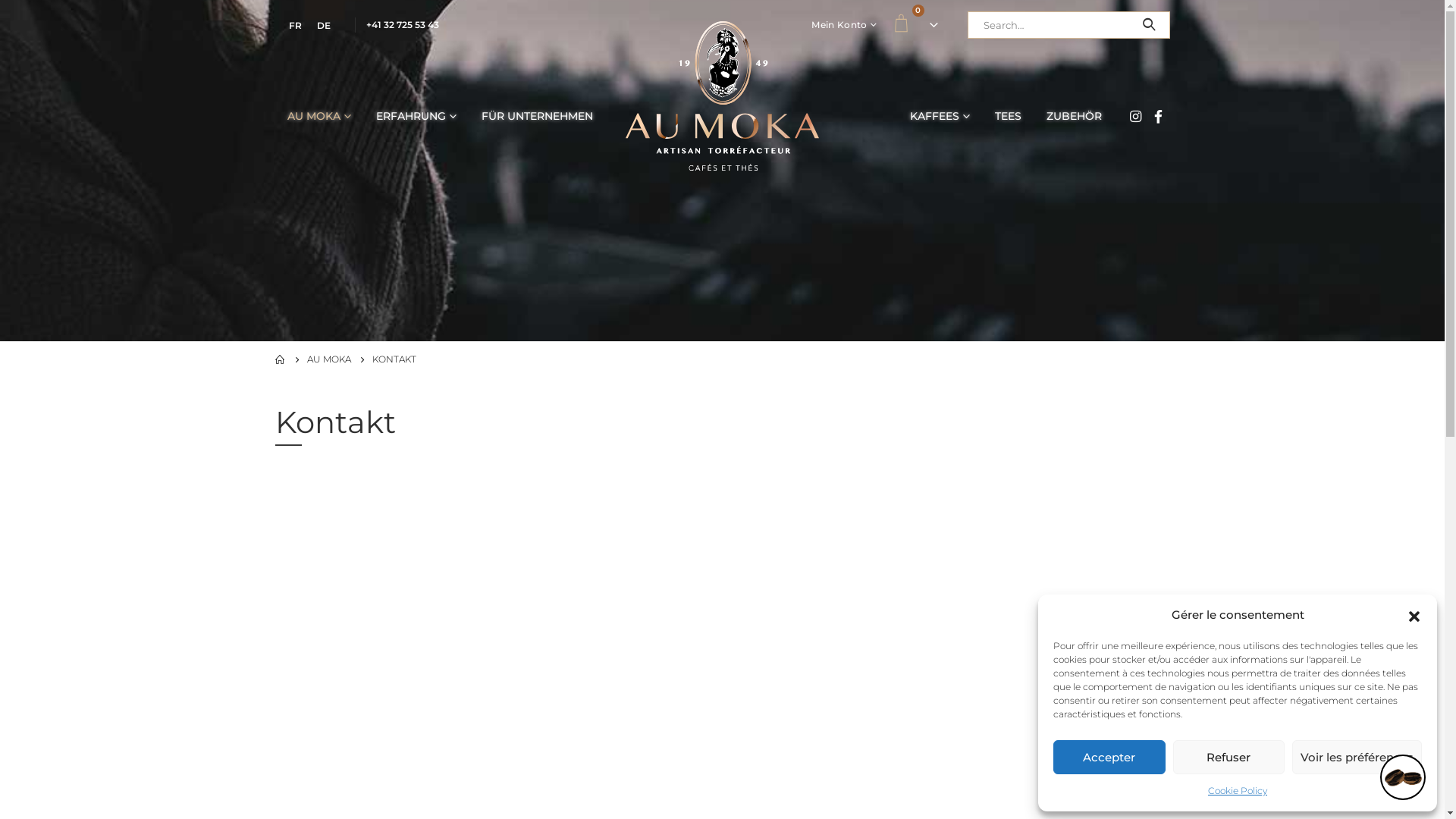  I want to click on 'ERFAHRUNG', so click(416, 115).